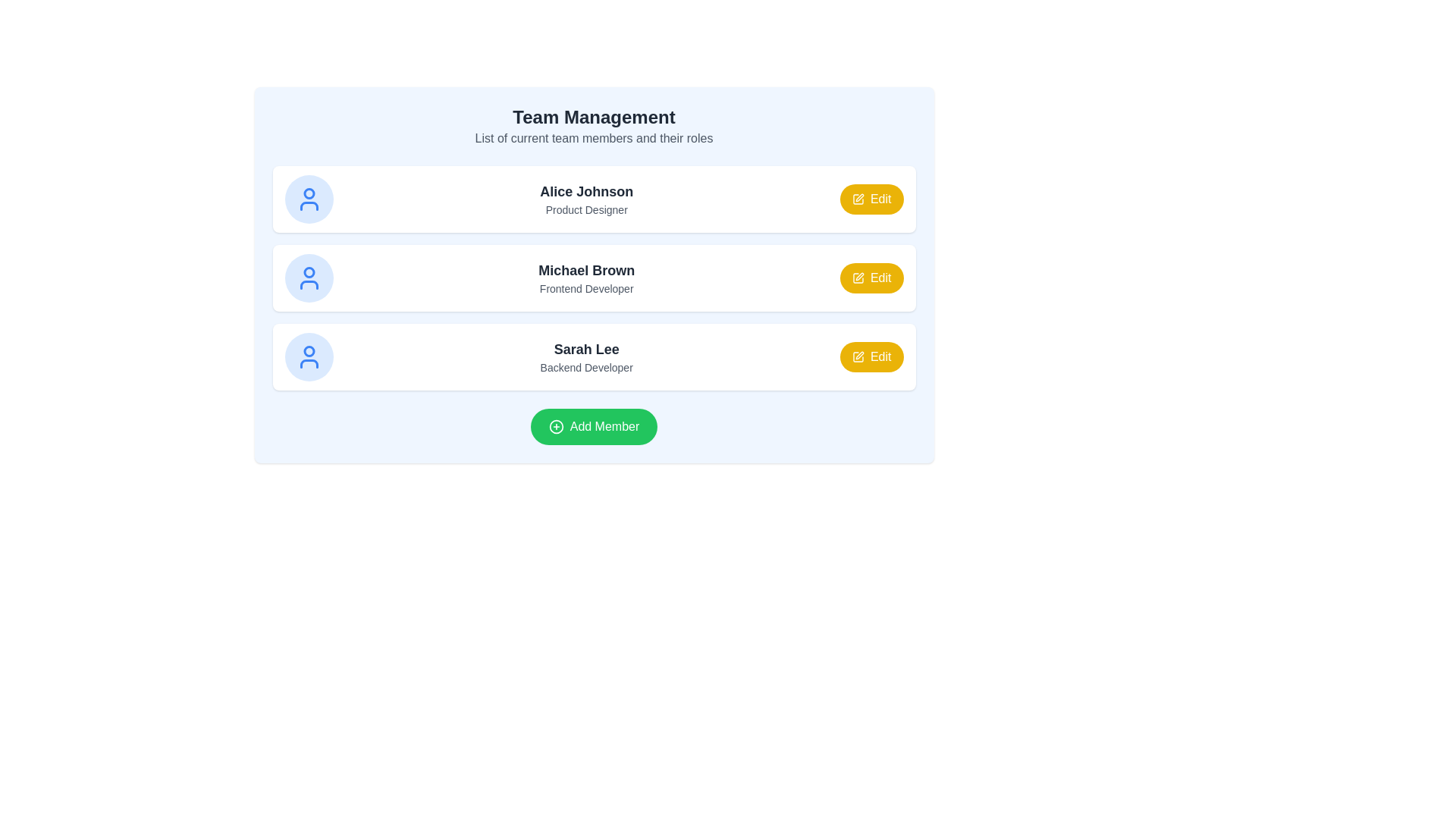 This screenshot has width=1456, height=819. I want to click on the edit icon for 'Sarah Lee - Backend Developer', which is a small pen or pencil icon within a yellow circular background on the far right of the entry, so click(859, 356).